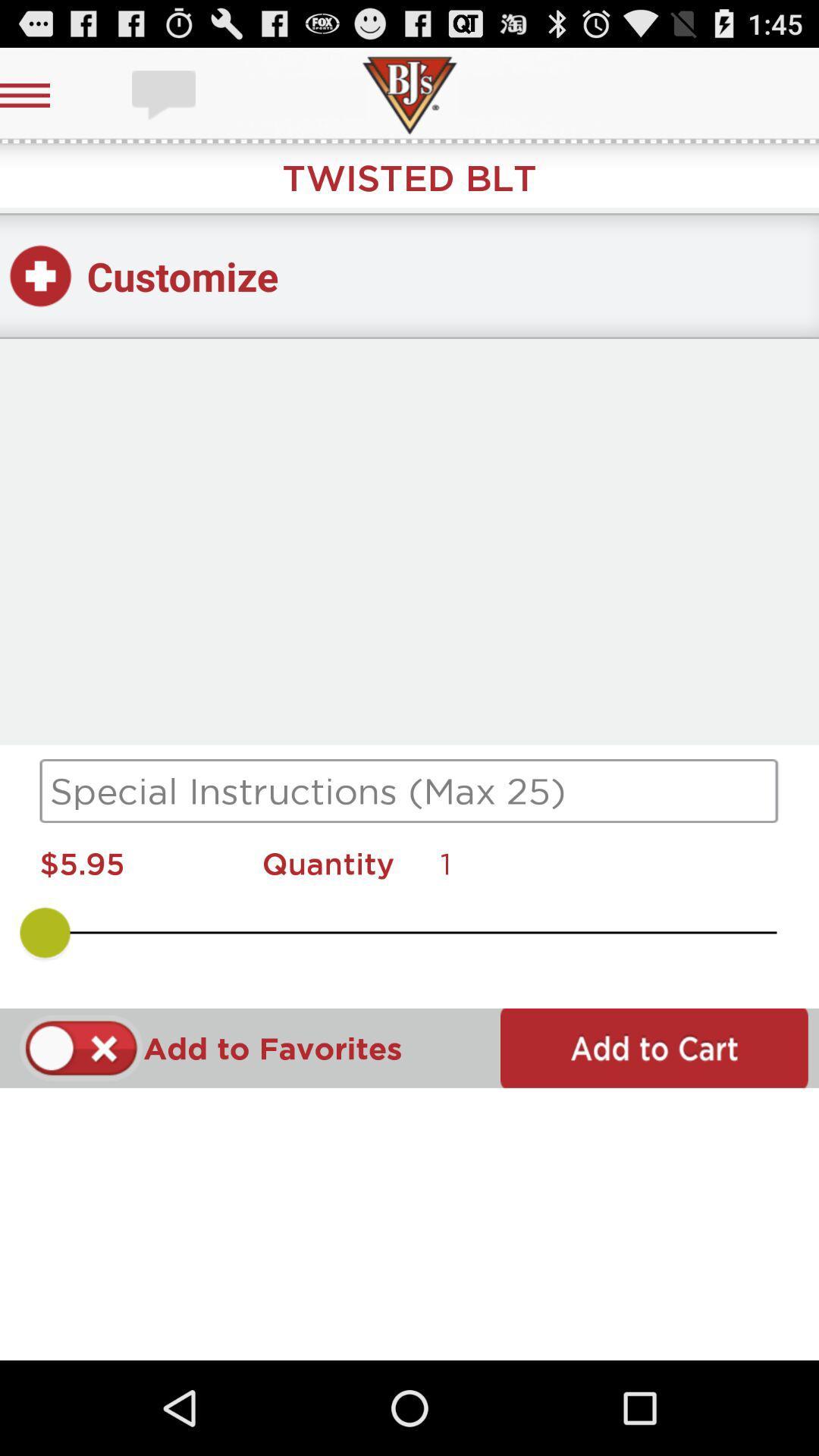  What do you see at coordinates (165, 94) in the screenshot?
I see `image` at bounding box center [165, 94].